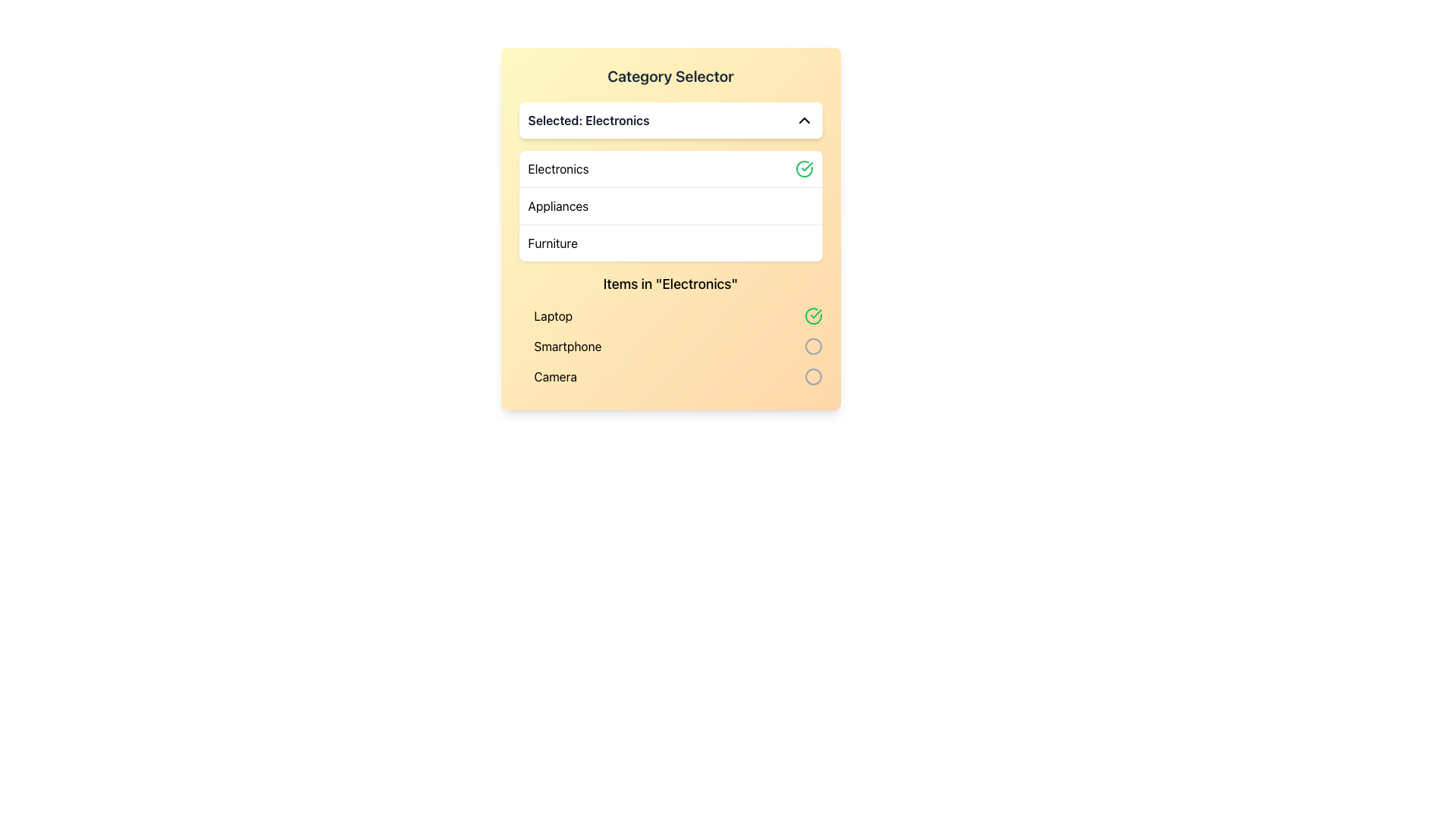 The image size is (1456, 819). Describe the element at coordinates (557, 206) in the screenshot. I see `the 'Appliances' text label in the category selection menu` at that location.